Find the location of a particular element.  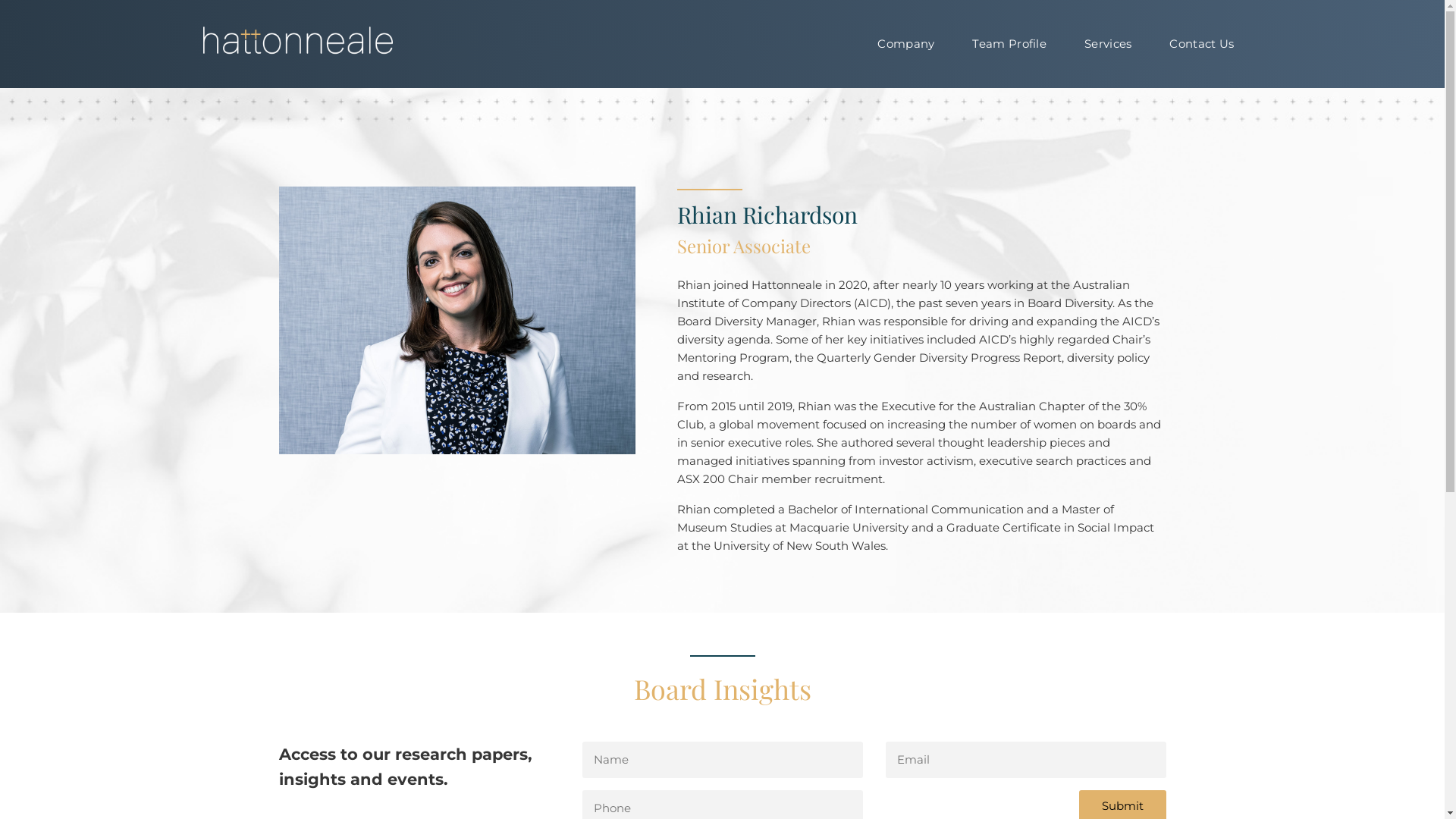

'Contact Us' is located at coordinates (1168, 42).